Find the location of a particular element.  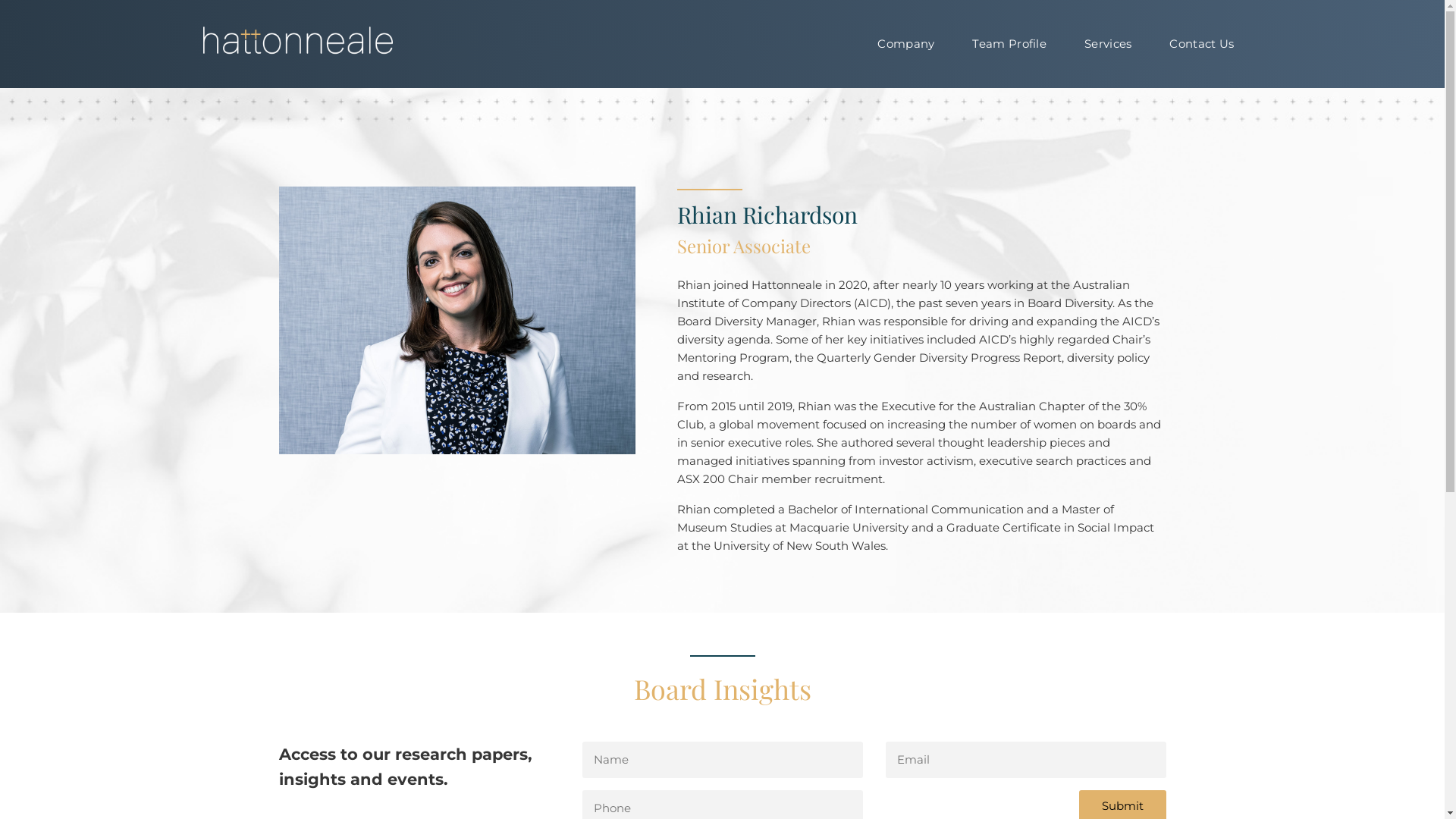

'Contact Us' is located at coordinates (1168, 42).